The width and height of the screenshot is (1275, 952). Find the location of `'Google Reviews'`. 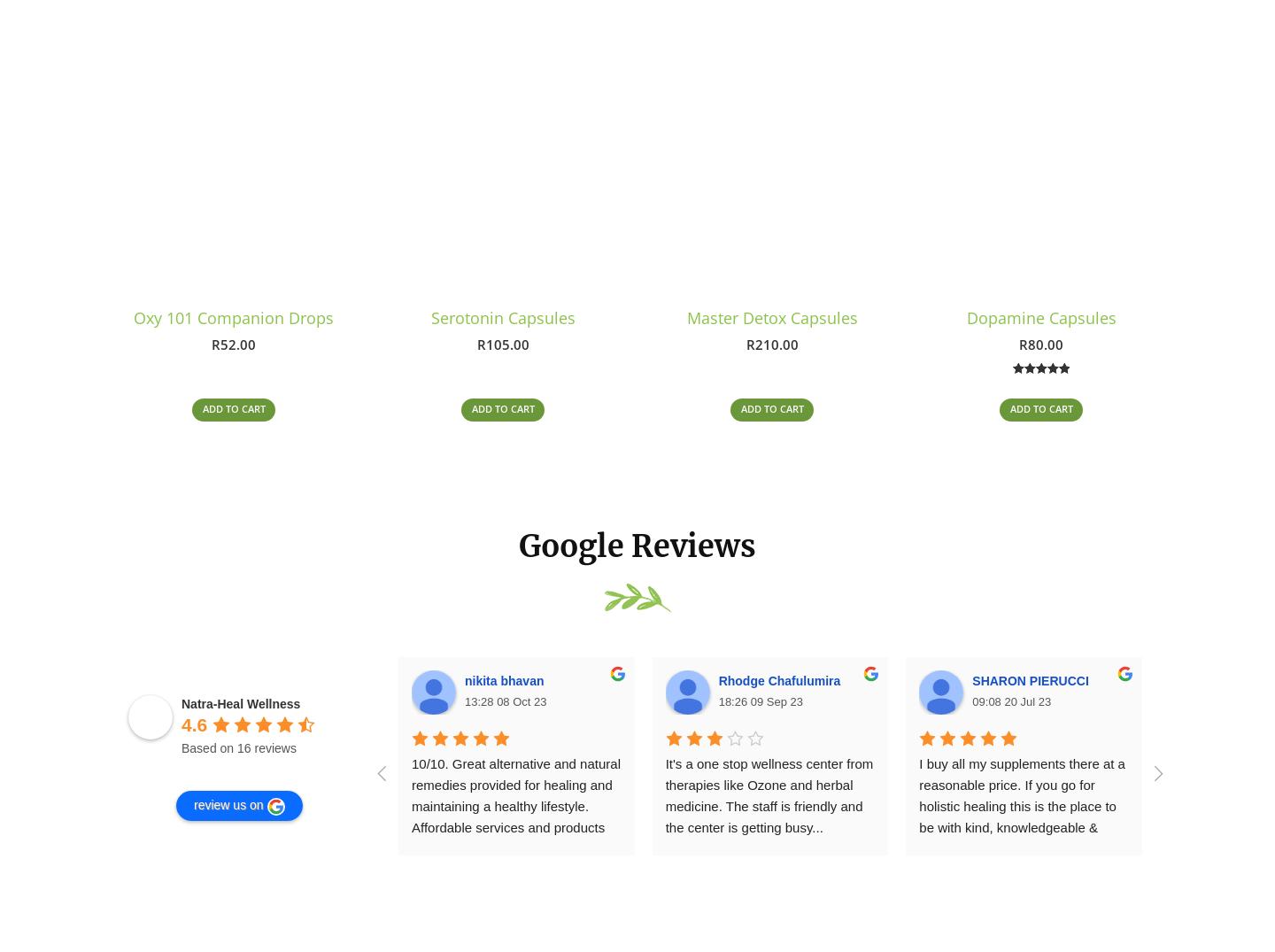

'Google Reviews' is located at coordinates (637, 553).